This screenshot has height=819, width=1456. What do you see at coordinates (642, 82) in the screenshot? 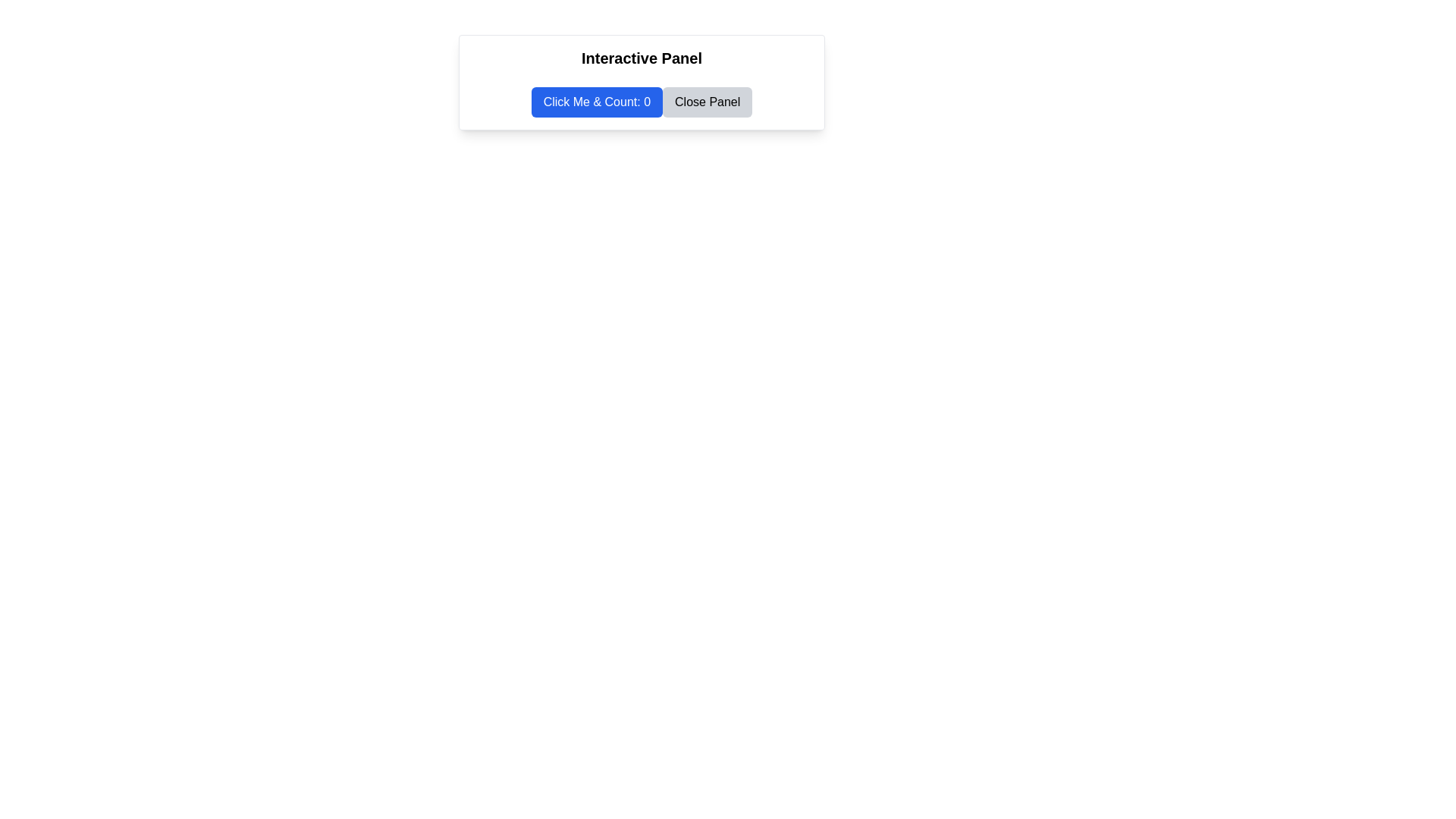
I see `the interactive panel that has a white background, contains the bold black text 'Interactive Panel' at the top, and includes two buttons below it` at bounding box center [642, 82].